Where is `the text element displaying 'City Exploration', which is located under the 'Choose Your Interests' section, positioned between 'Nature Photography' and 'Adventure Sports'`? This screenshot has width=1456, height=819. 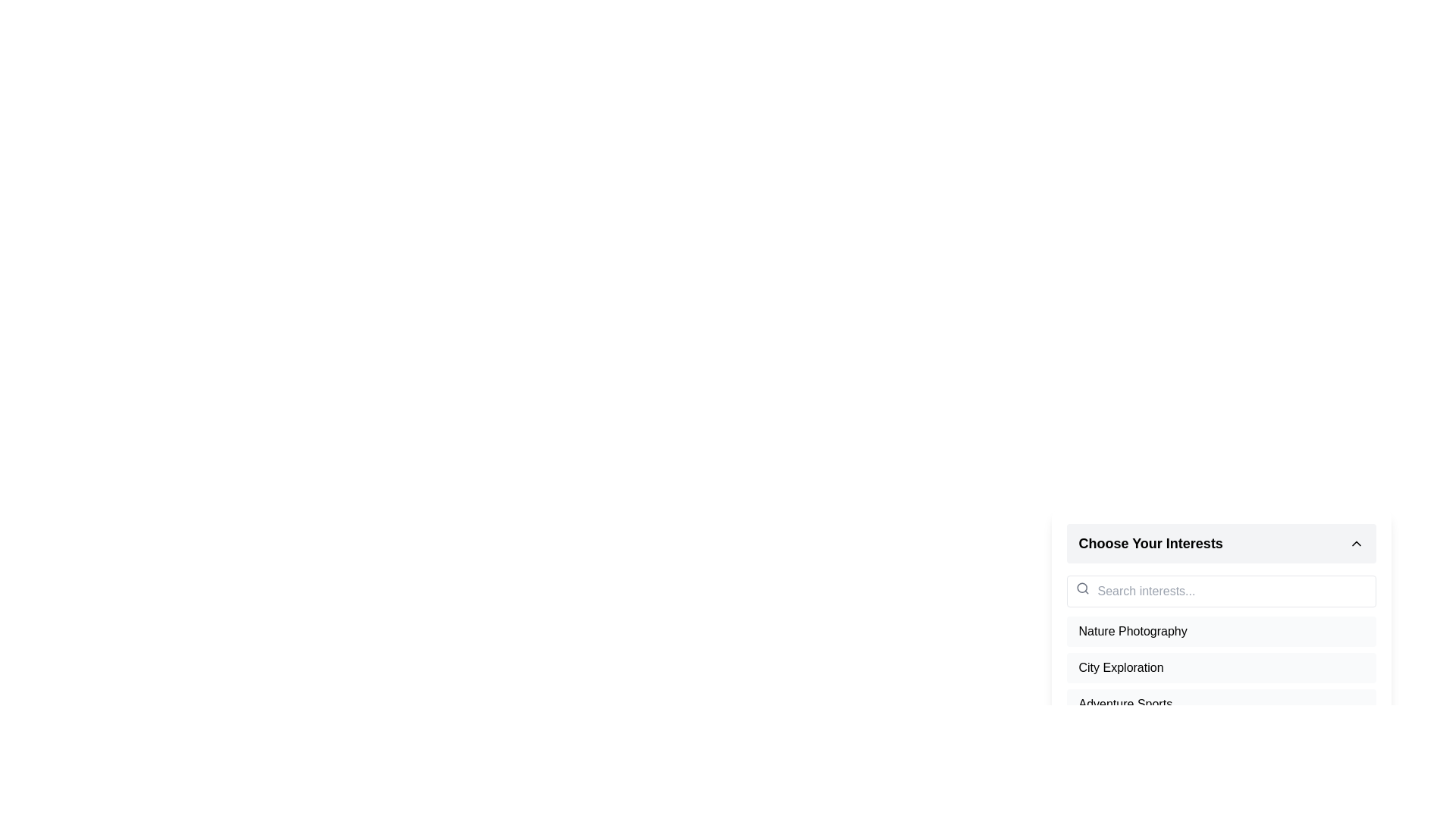 the text element displaying 'City Exploration', which is located under the 'Choose Your Interests' section, positioned between 'Nature Photography' and 'Adventure Sports' is located at coordinates (1121, 667).